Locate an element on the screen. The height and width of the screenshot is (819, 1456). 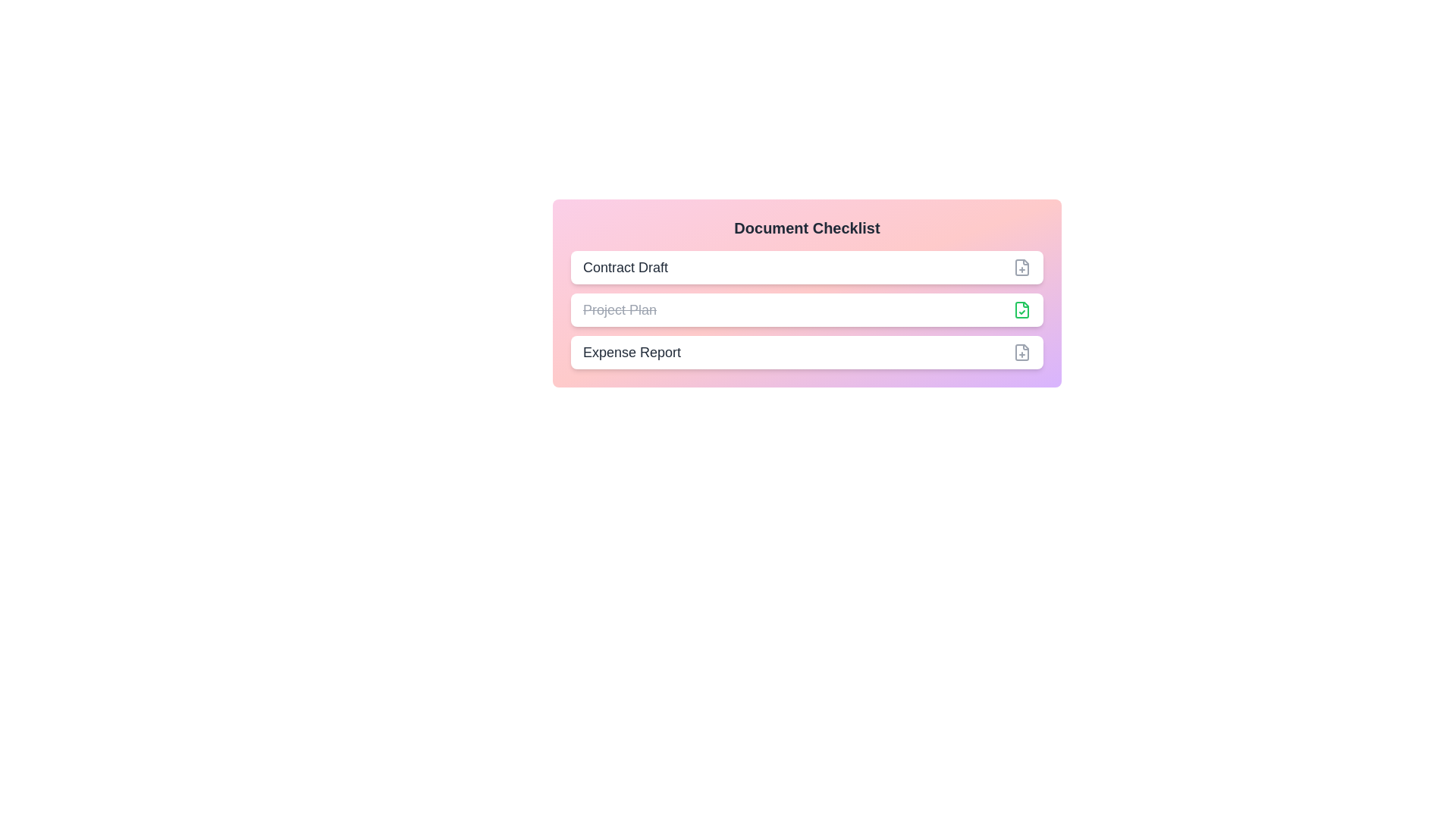
toggle button for the document titled 'Project Plan' to change its completion status is located at coordinates (1022, 309).